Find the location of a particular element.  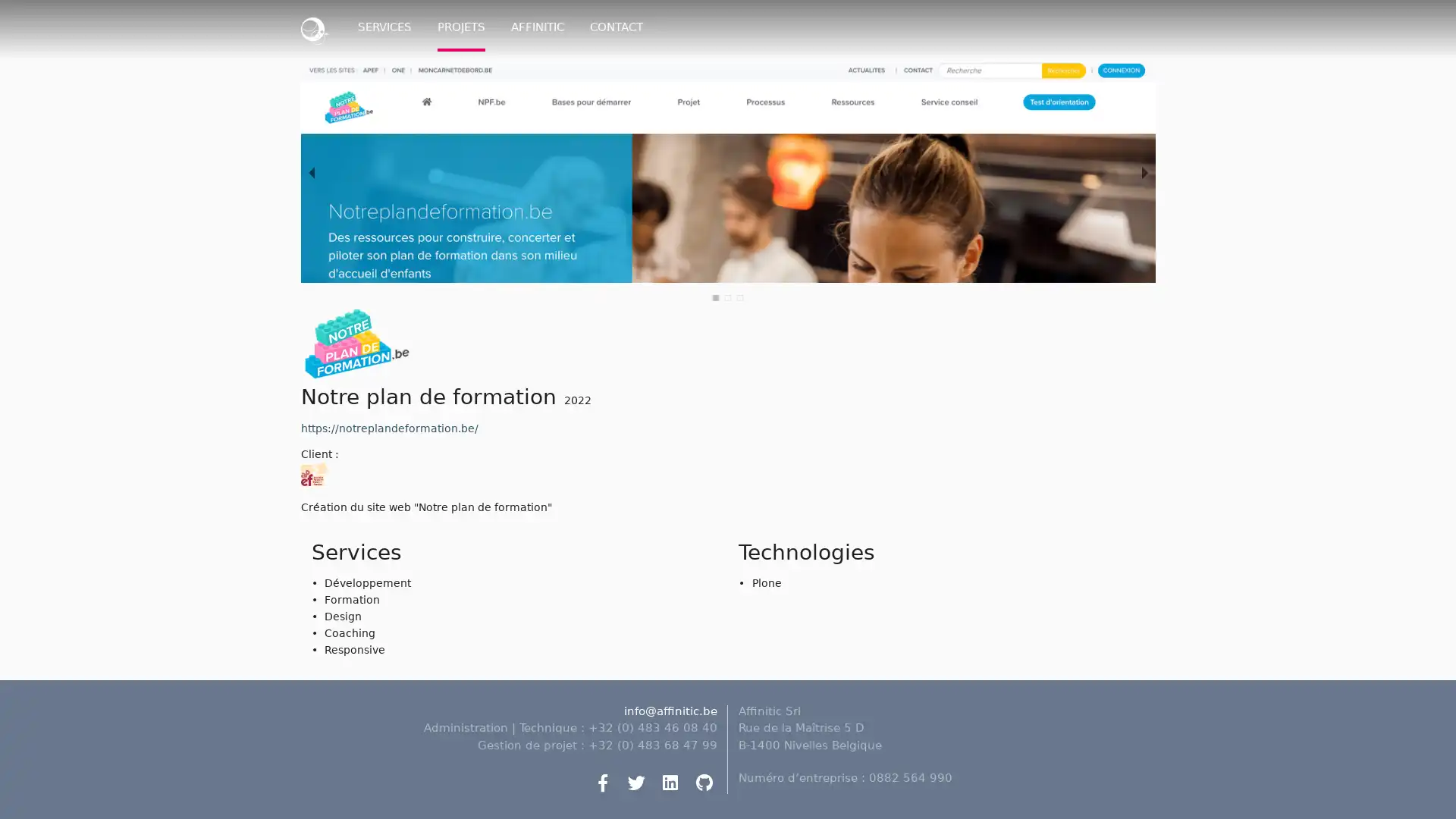

next slide / item is located at coordinates (1144, 219).